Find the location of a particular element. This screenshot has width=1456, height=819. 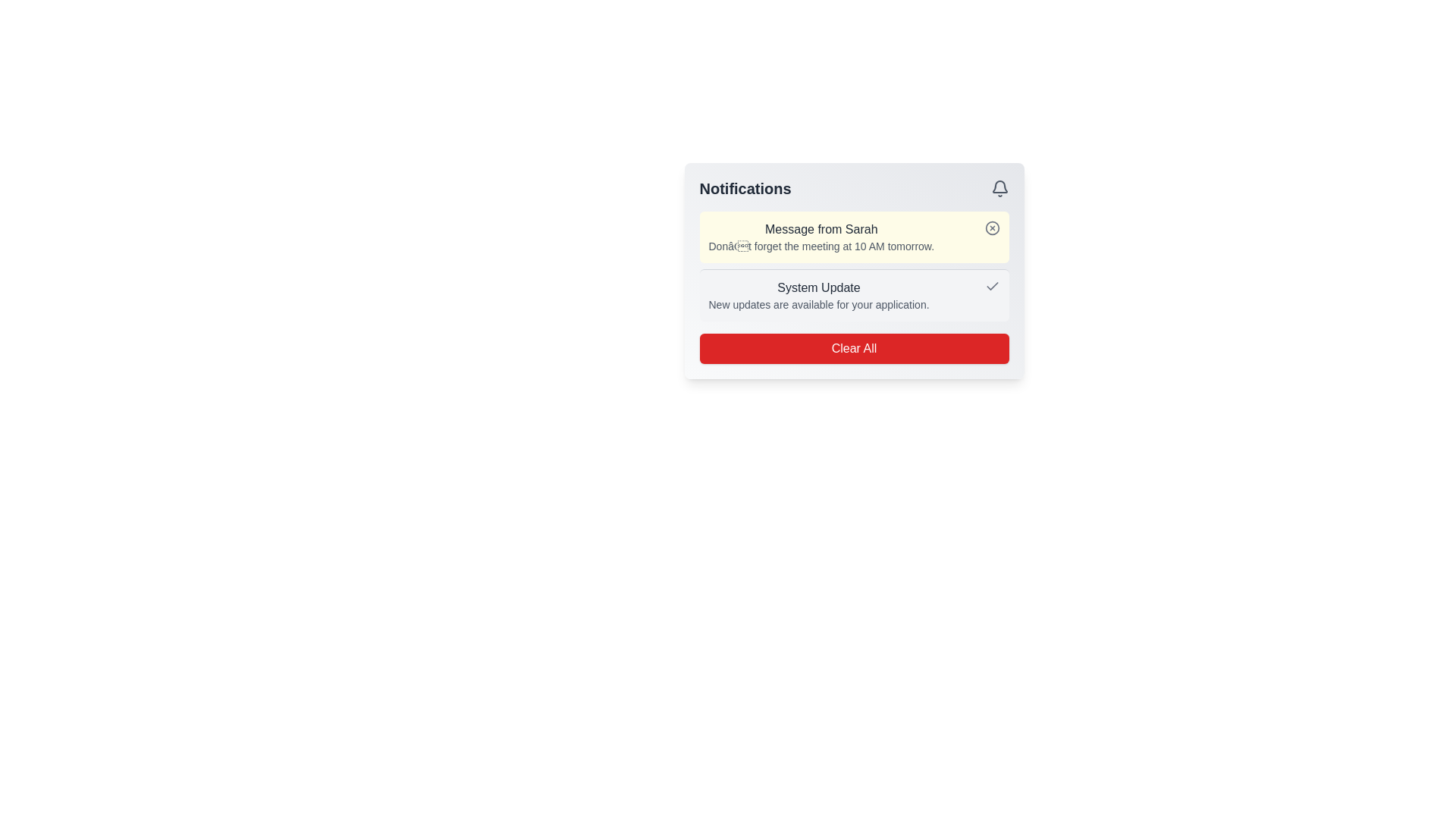

title text of the notification about the system update, which is centrally positioned at the top of the notification section is located at coordinates (818, 288).